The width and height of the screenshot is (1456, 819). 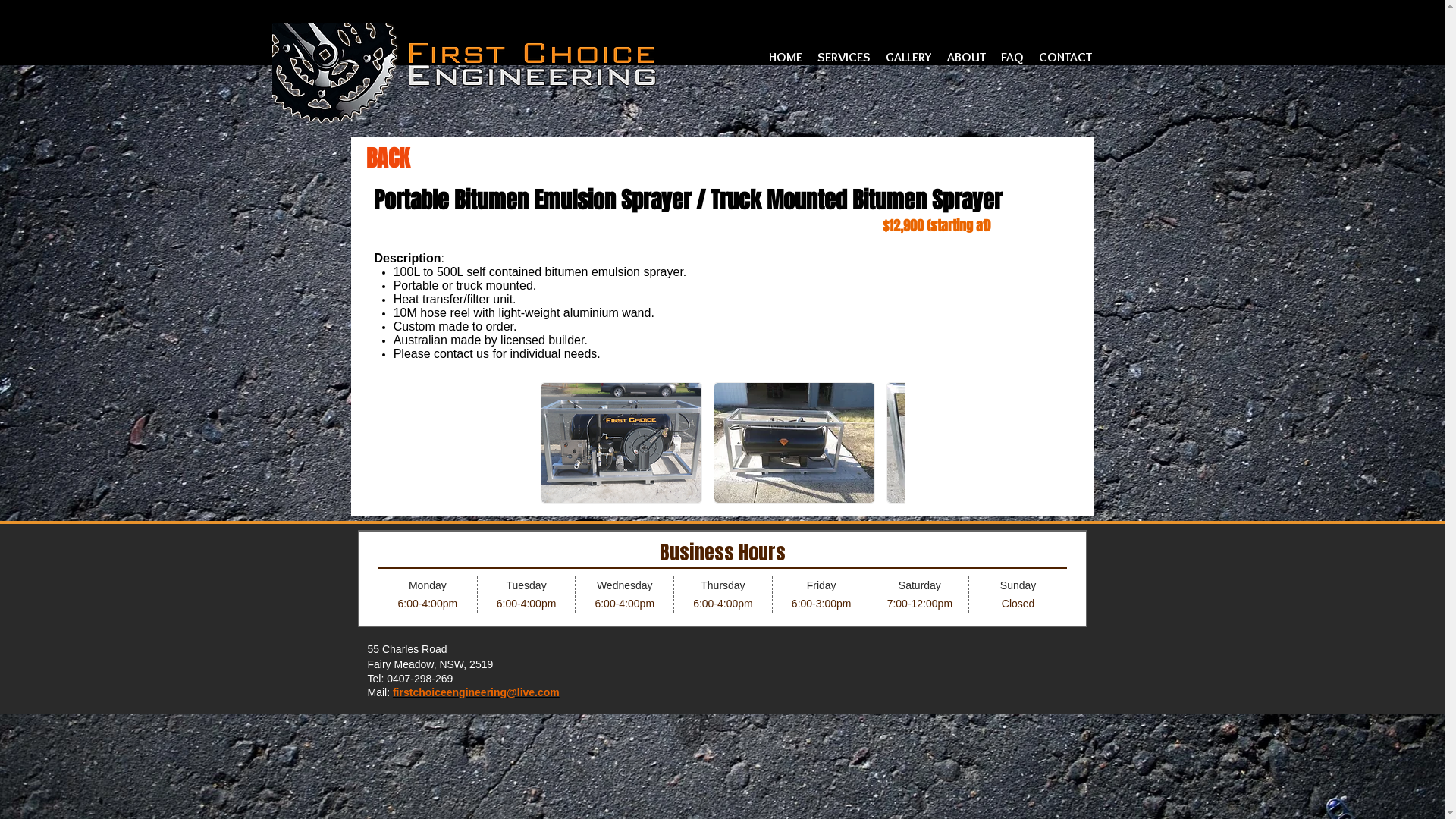 What do you see at coordinates (761, 55) in the screenshot?
I see `'HOME'` at bounding box center [761, 55].